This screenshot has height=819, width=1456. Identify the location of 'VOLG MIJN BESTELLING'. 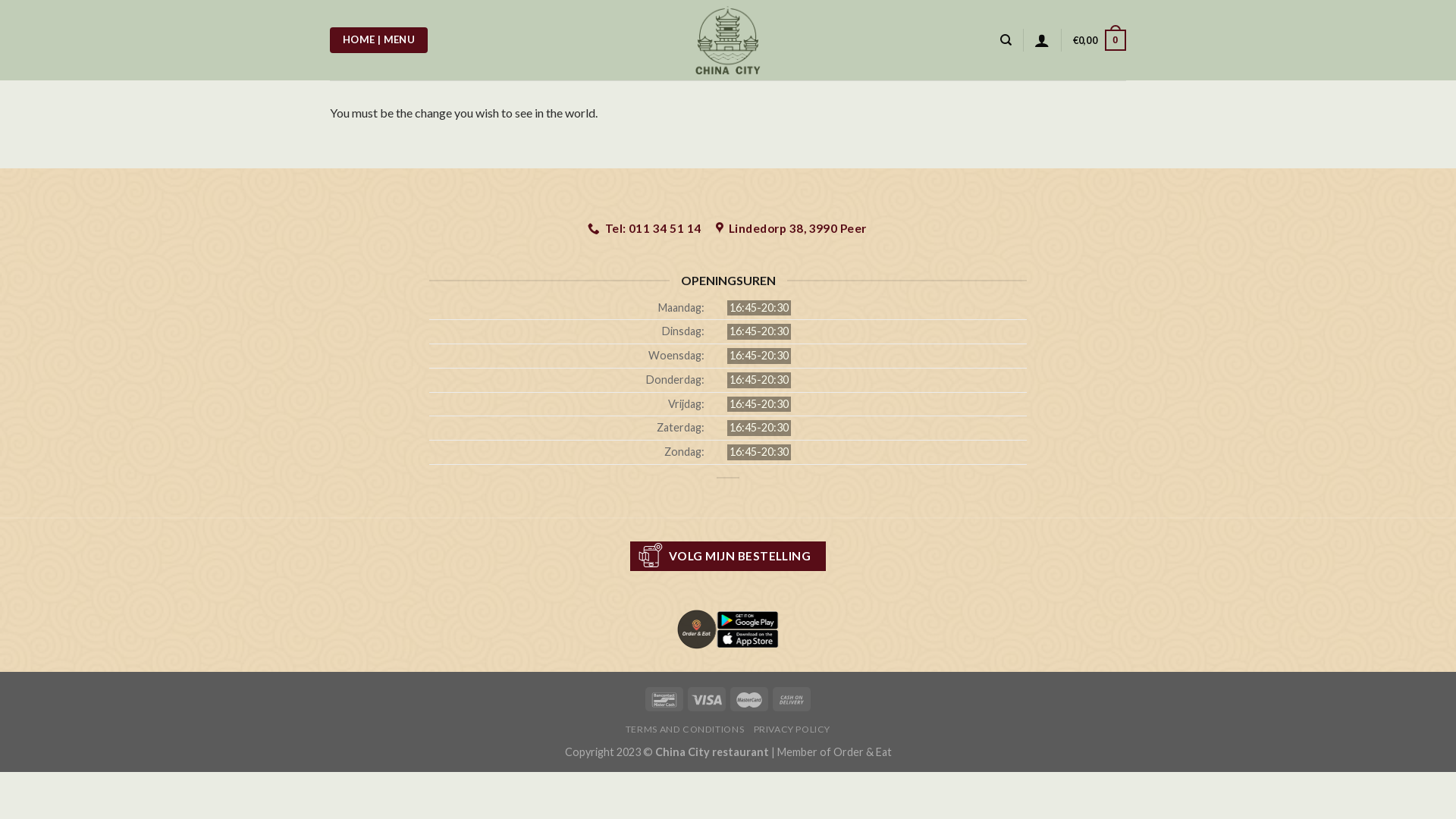
(728, 556).